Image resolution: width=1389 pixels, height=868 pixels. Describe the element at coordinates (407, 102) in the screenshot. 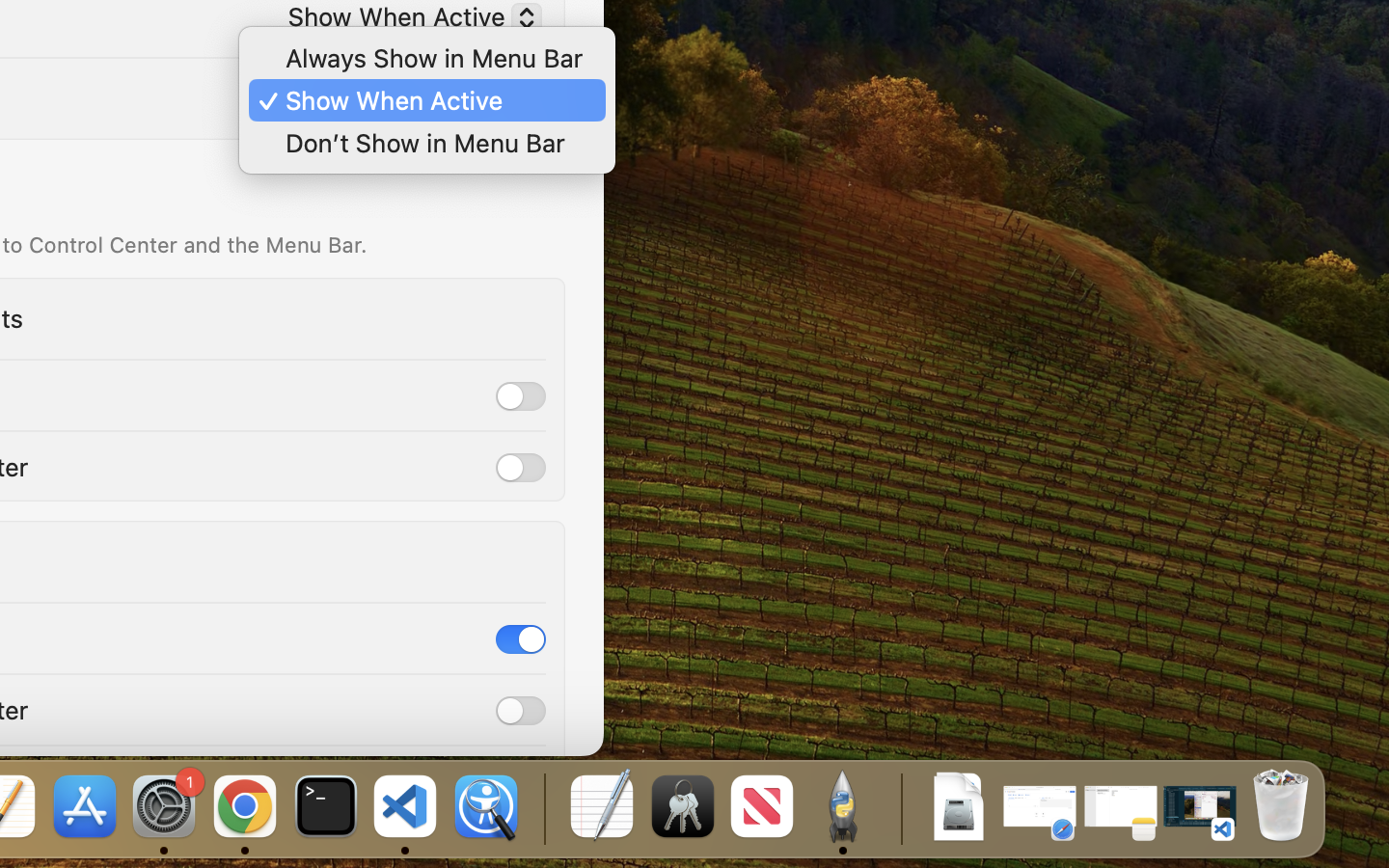

I see `'Show When Active'` at that location.